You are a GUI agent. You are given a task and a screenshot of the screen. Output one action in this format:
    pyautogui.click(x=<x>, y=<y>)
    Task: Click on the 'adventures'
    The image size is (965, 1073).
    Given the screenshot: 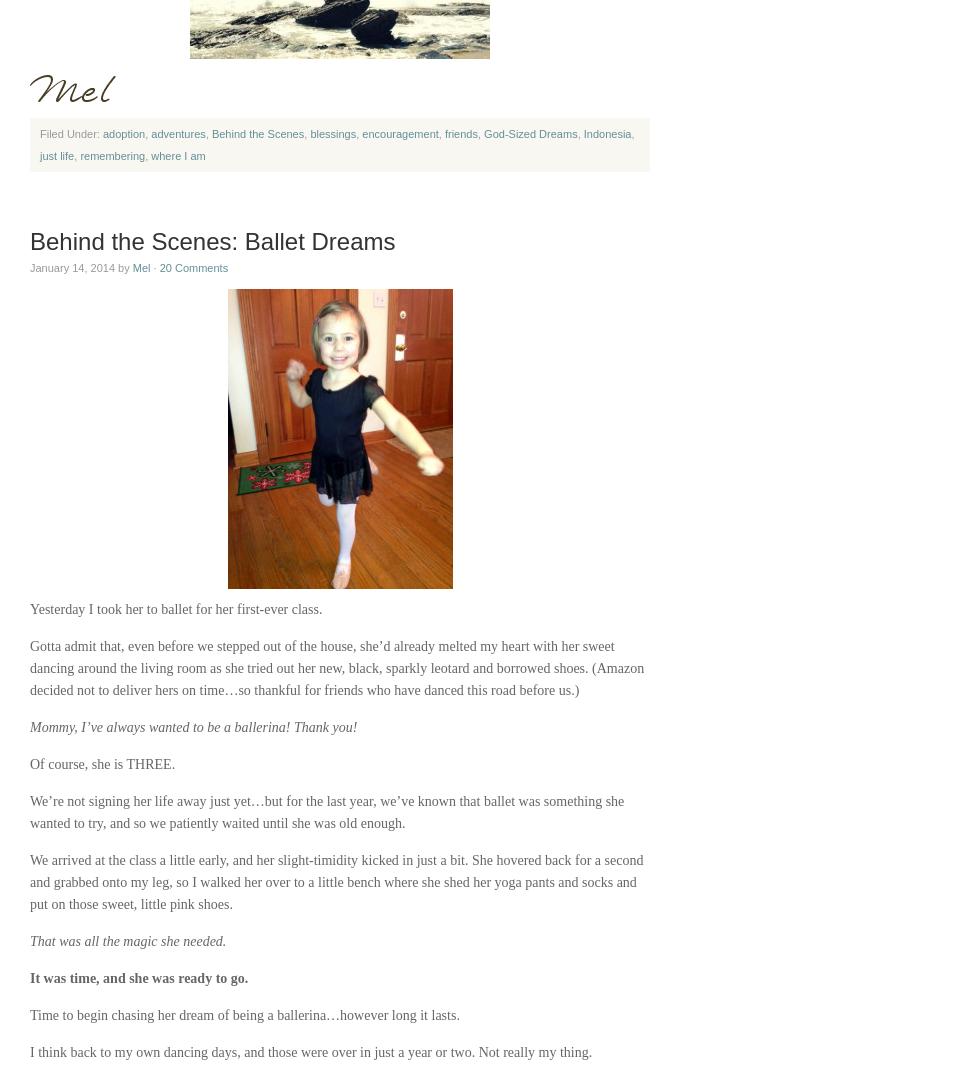 What is the action you would take?
    pyautogui.click(x=177, y=133)
    